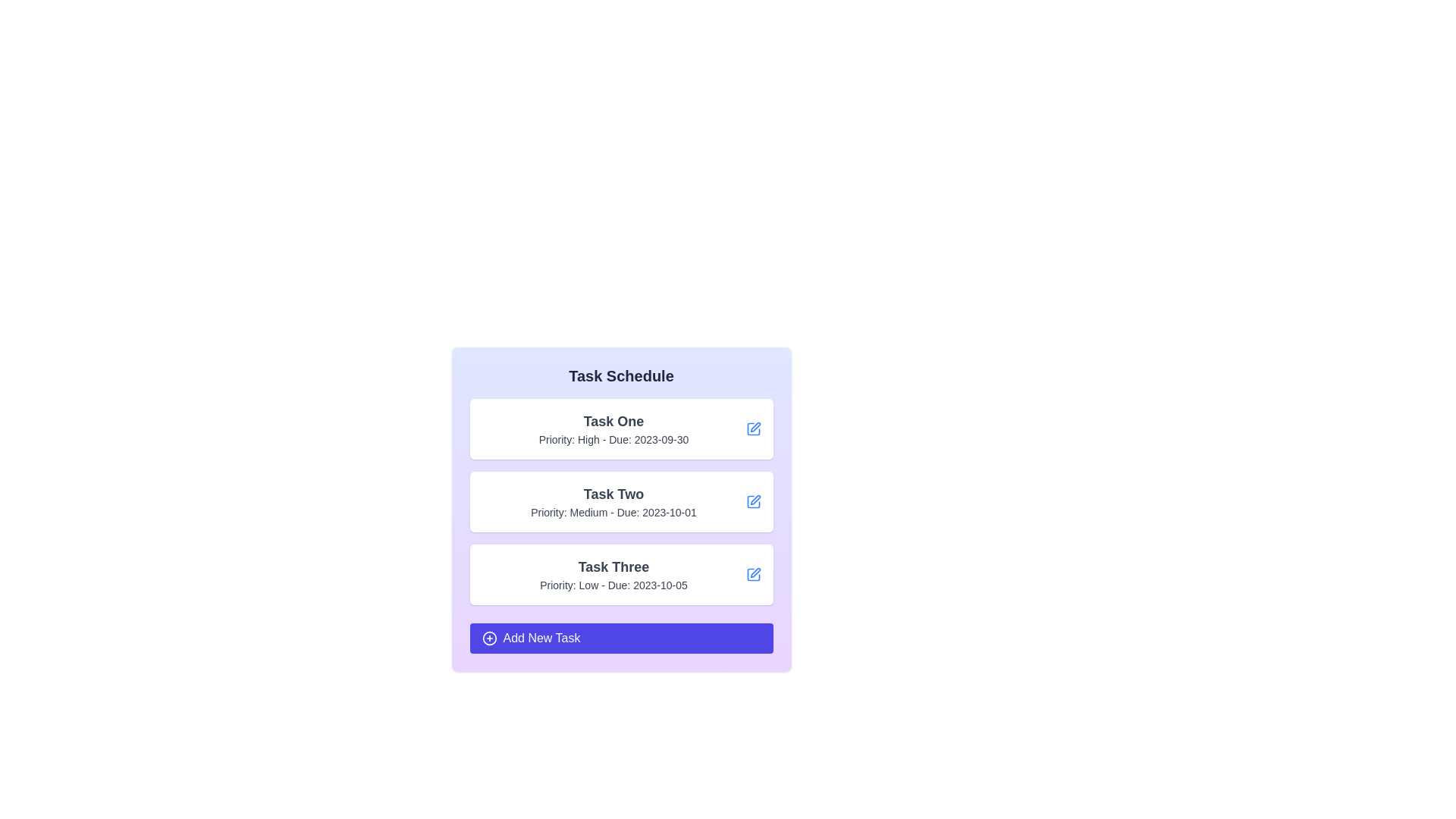 This screenshot has width=1456, height=819. Describe the element at coordinates (621, 502) in the screenshot. I see `the task item Task Two to highlight it` at that location.